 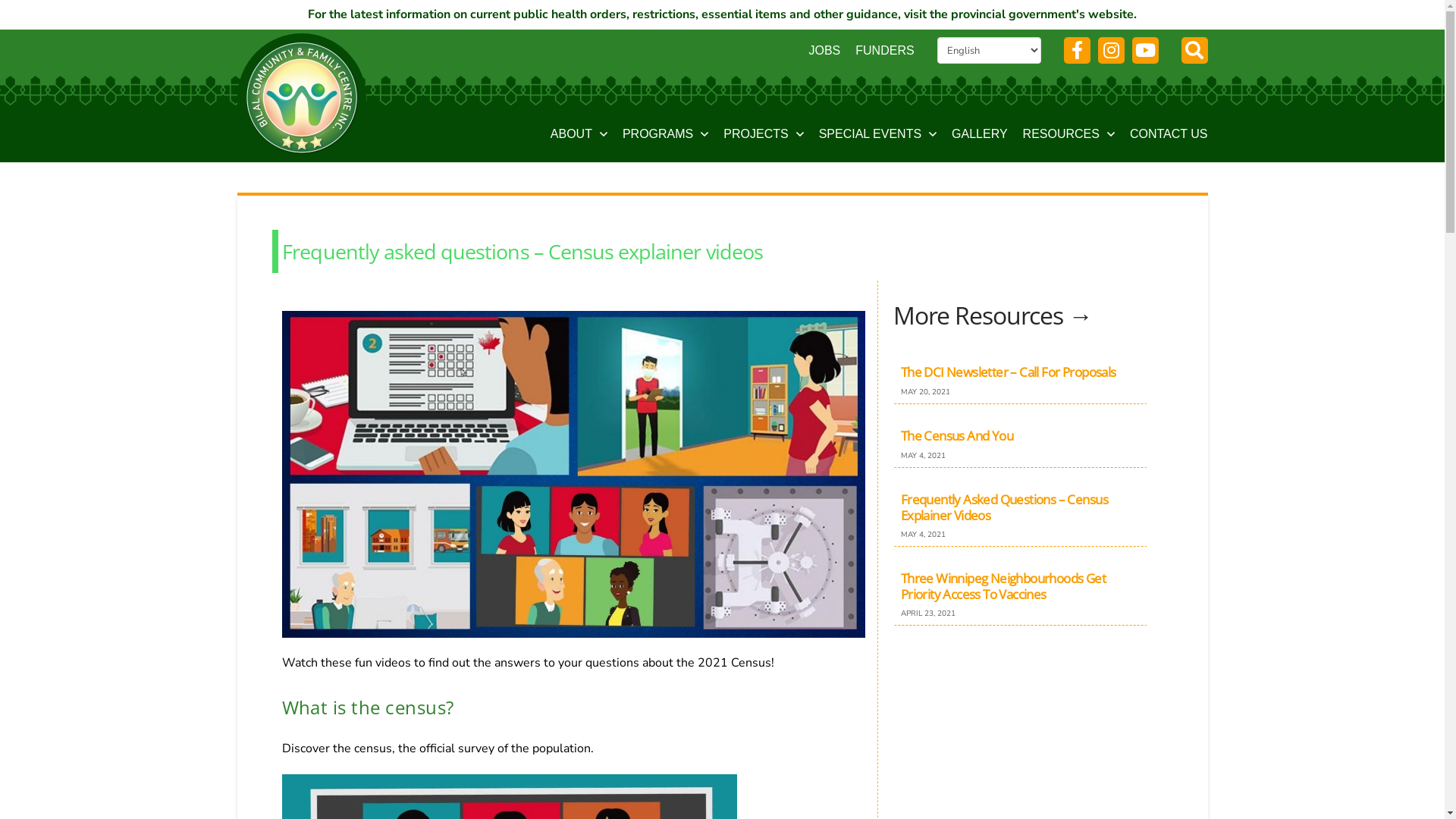 What do you see at coordinates (979, 135) in the screenshot?
I see `'GALLERY'` at bounding box center [979, 135].